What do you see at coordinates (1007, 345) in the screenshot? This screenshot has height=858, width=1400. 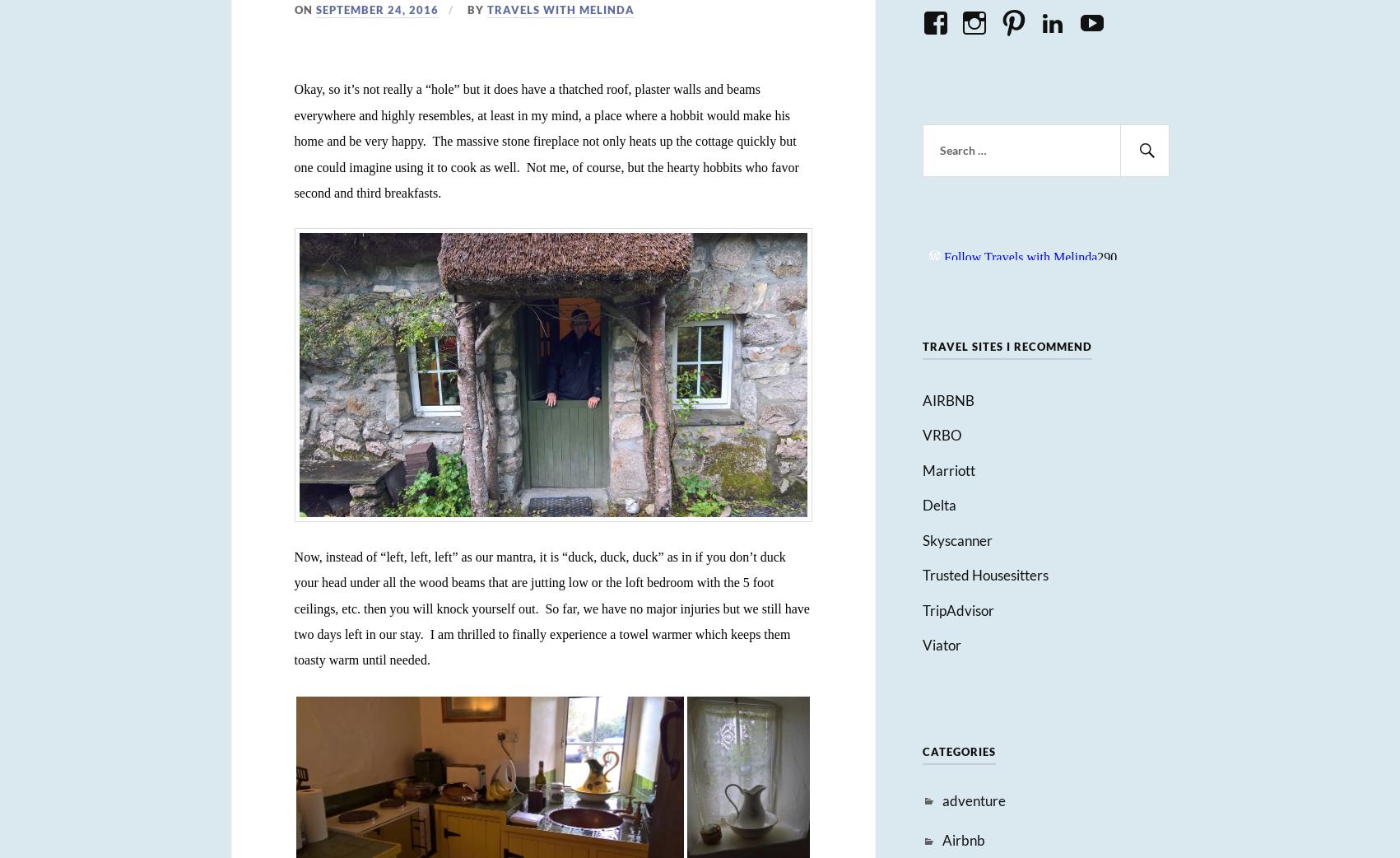 I see `'Travel Sites I Recommend'` at bounding box center [1007, 345].